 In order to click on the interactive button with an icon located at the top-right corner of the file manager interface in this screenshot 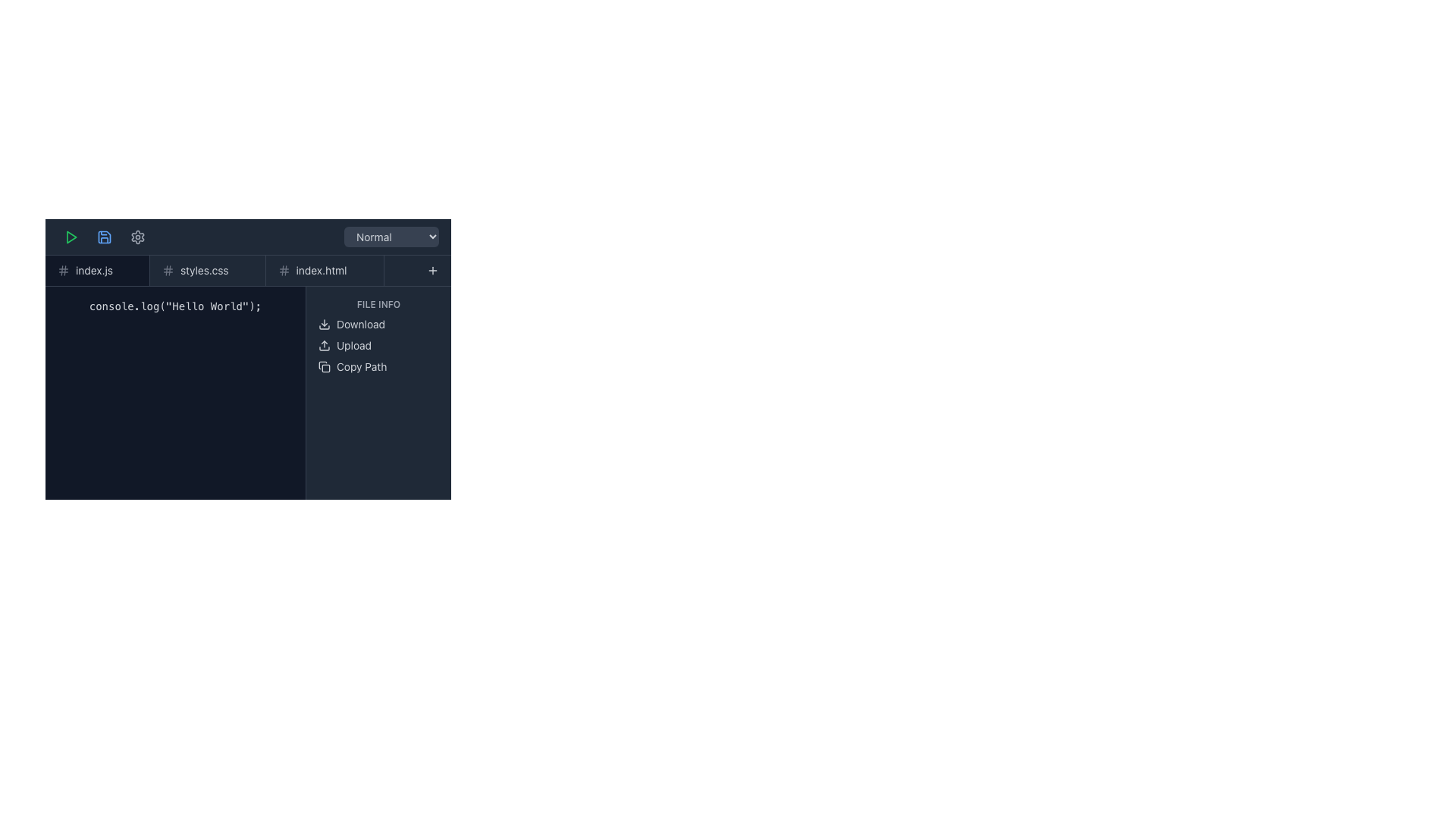, I will do `click(432, 270)`.